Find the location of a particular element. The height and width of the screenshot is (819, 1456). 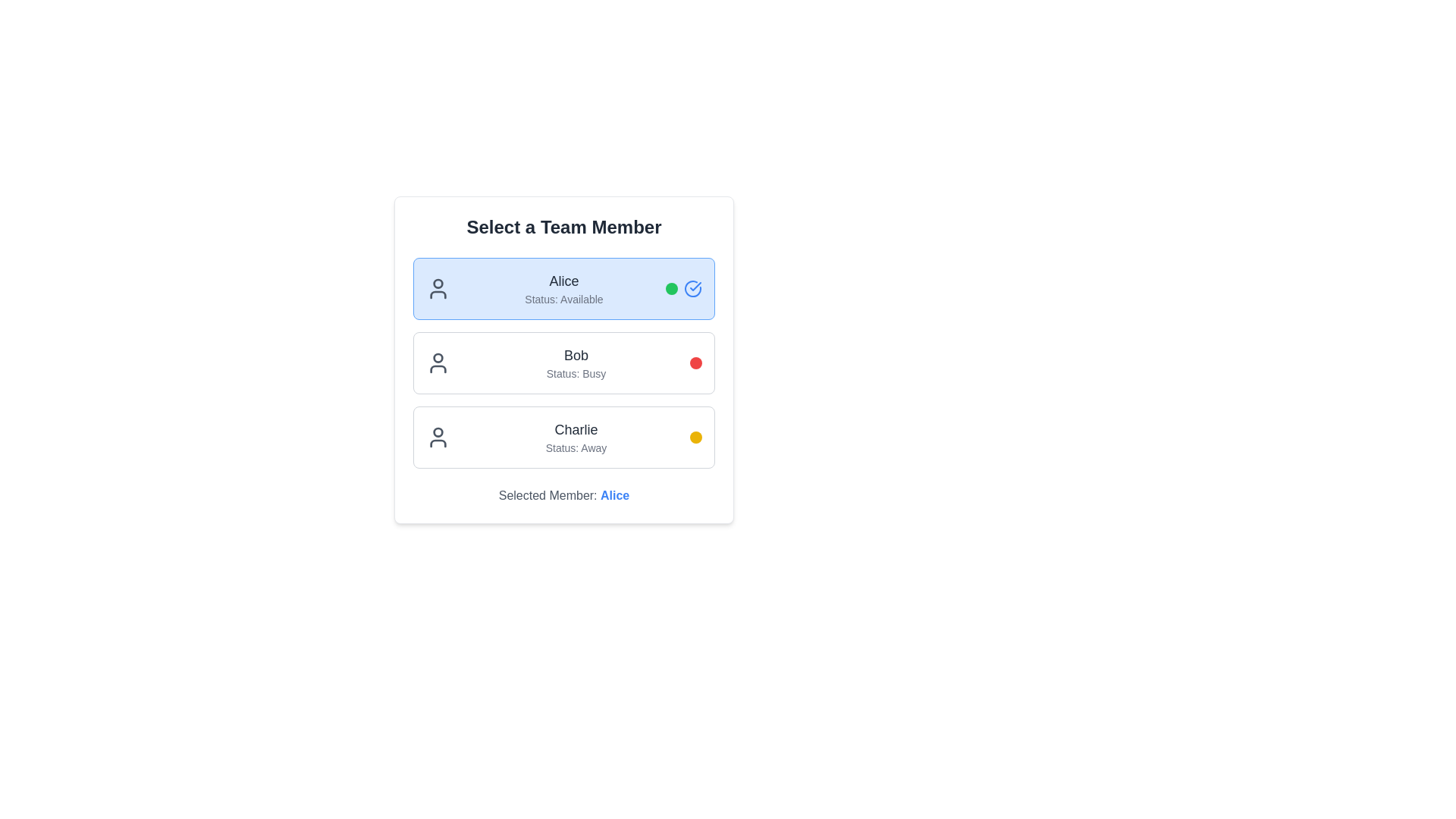

the text label reading 'Alice' which is styled with a medium-sized, gray-colored font and positioned above the 'Status: Available' label is located at coordinates (563, 281).